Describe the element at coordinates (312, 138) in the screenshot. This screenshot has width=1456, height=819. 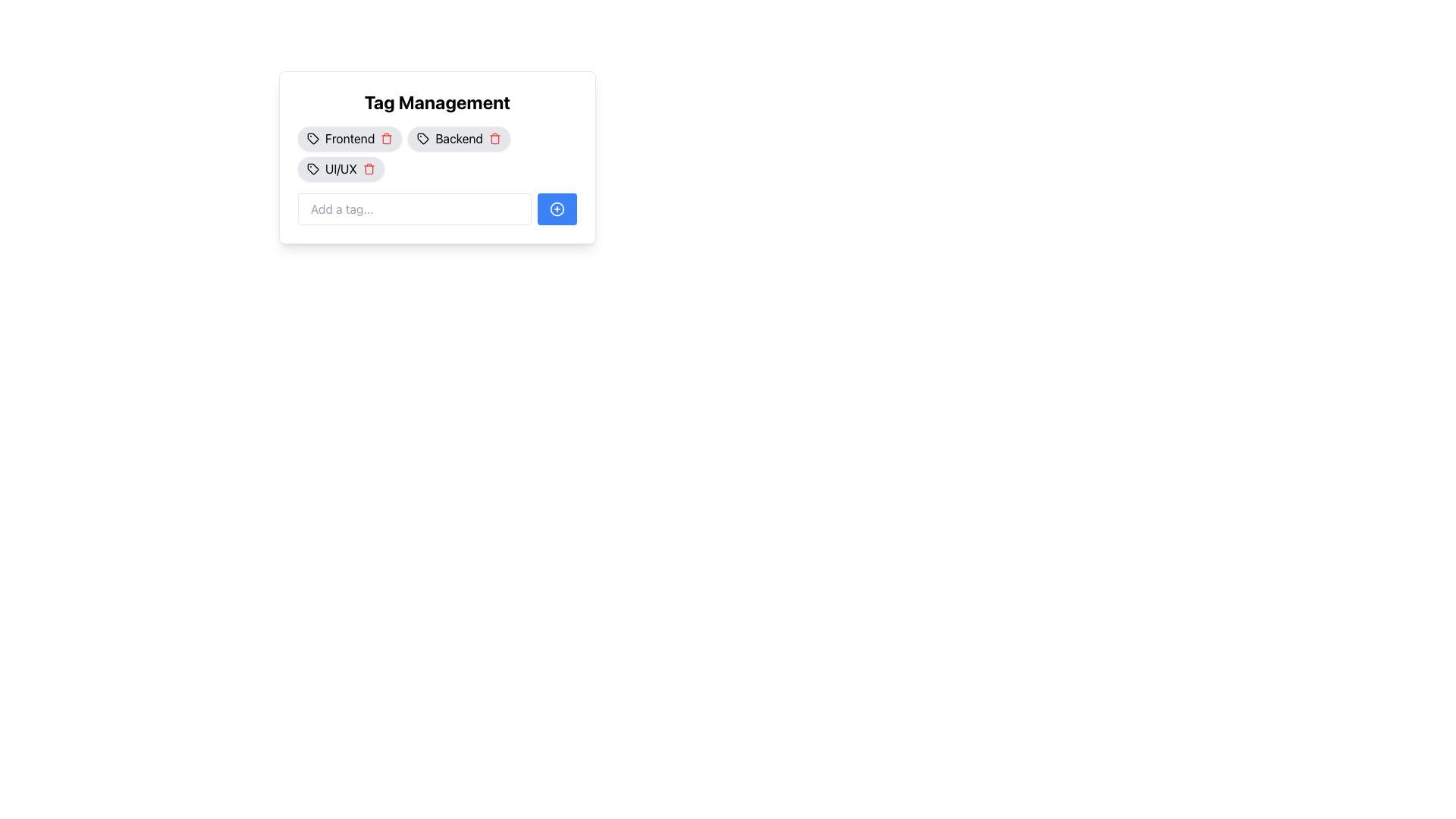
I see `the SVG icon that serves as a decorative tag for the 'Frontend' tag, located at the leftmost position in the tag group under 'Tag Management'` at that location.